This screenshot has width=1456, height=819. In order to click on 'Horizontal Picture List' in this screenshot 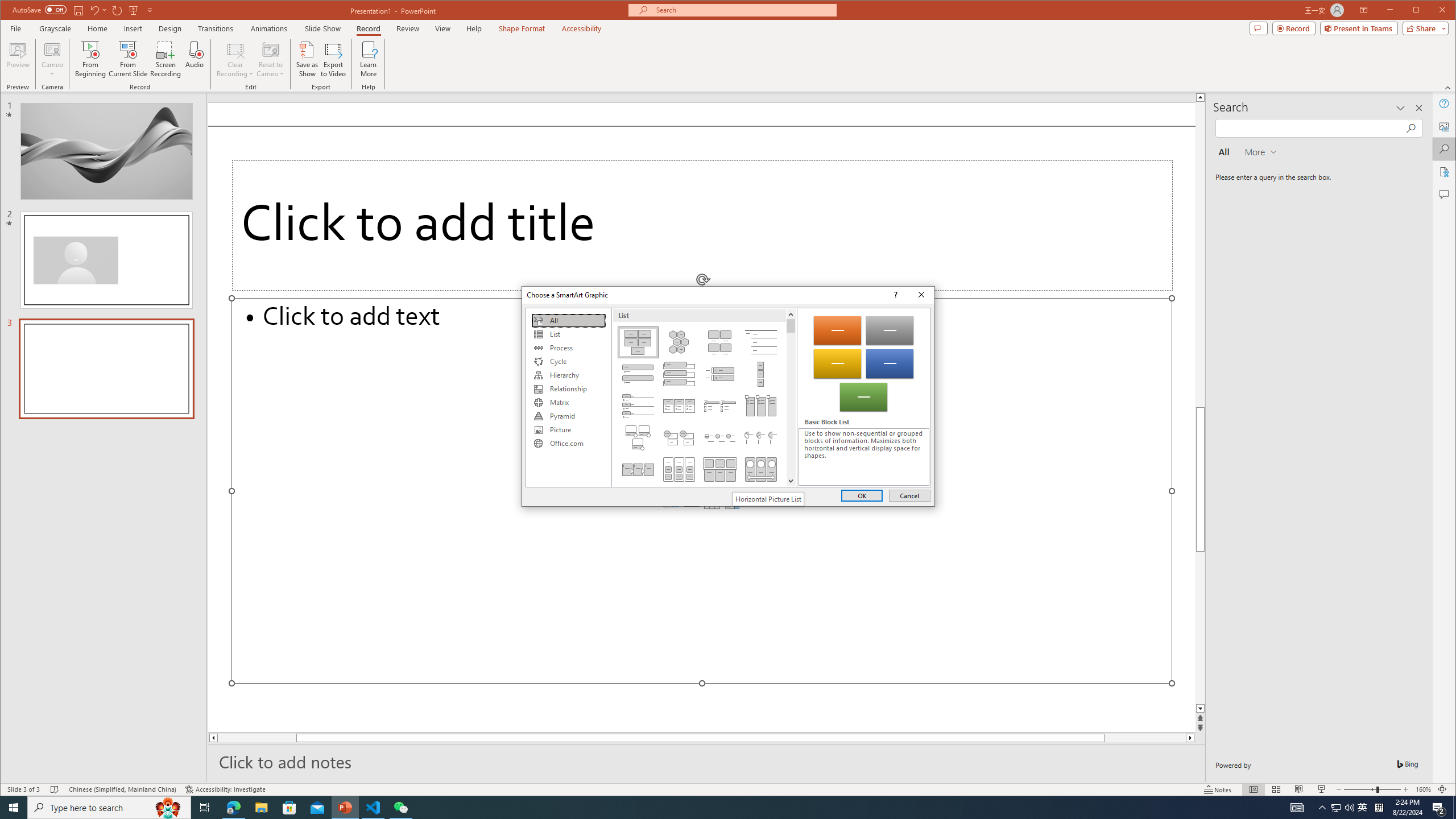, I will do `click(767, 499)`.